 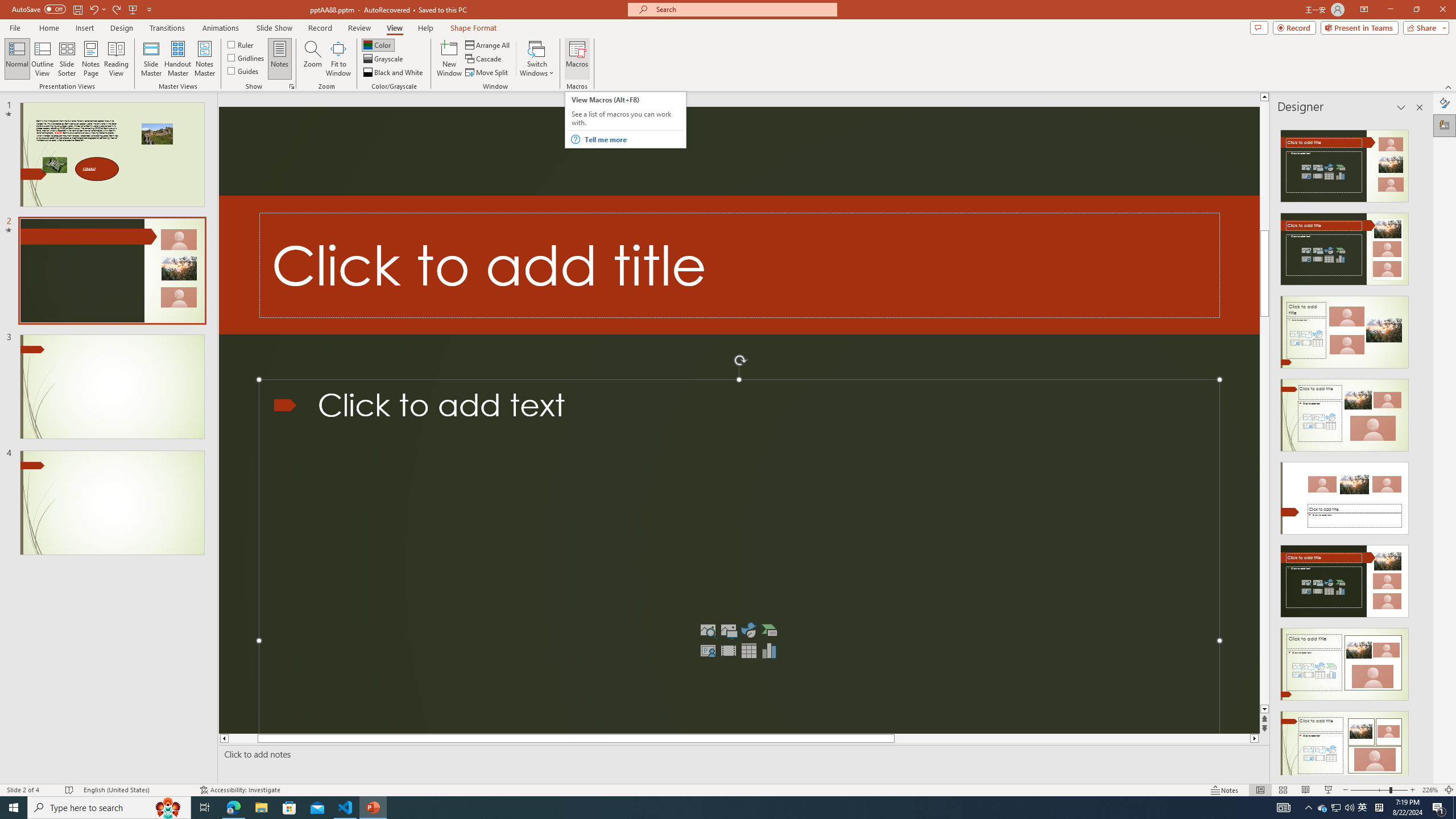 I want to click on 'Slide Master', so click(x=151, y=59).